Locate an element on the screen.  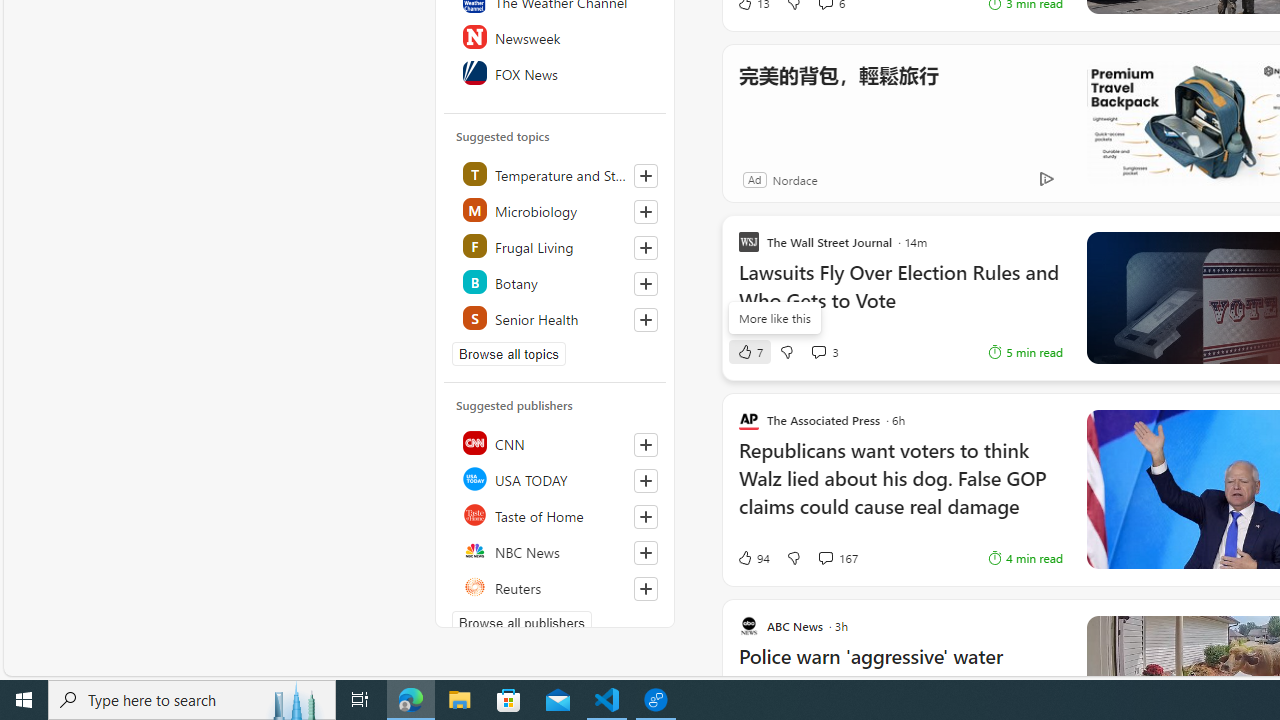
'Lawsuits Fly Over Election Rules and Who Gets to Vote' is located at coordinates (899, 297).